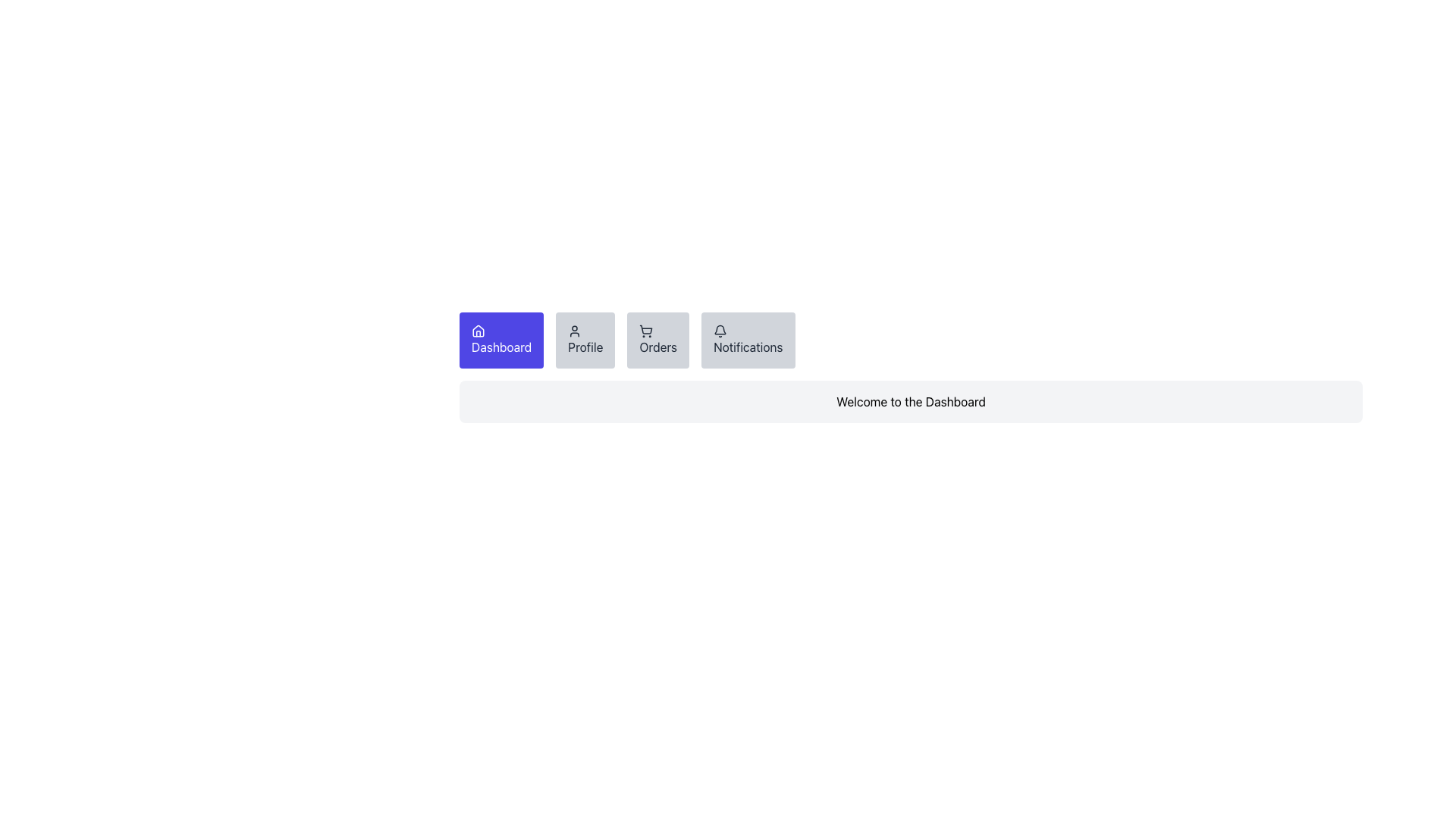 Image resolution: width=1456 pixels, height=819 pixels. I want to click on the Text block that serves as a static message or heading welcoming the user to the dashboard section, located below the row of options labeled 'Dashboard', 'Profile', 'Orders', and 'Notifications', so click(910, 400).